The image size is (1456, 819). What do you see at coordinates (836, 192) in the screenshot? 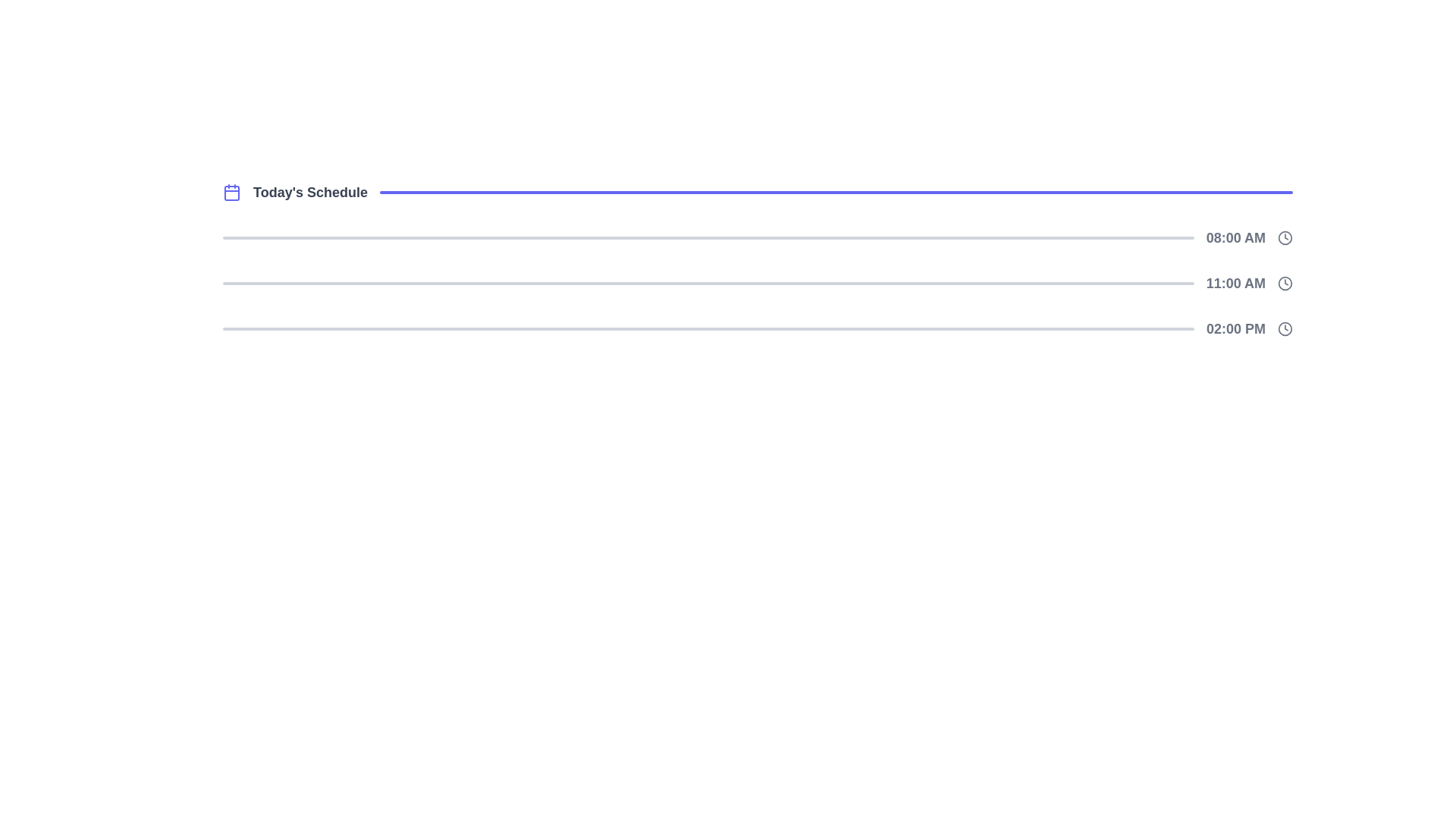
I see `the indigo progress bar located directly below the 'Today's Schedule' text, which spans the width of the layout` at bounding box center [836, 192].